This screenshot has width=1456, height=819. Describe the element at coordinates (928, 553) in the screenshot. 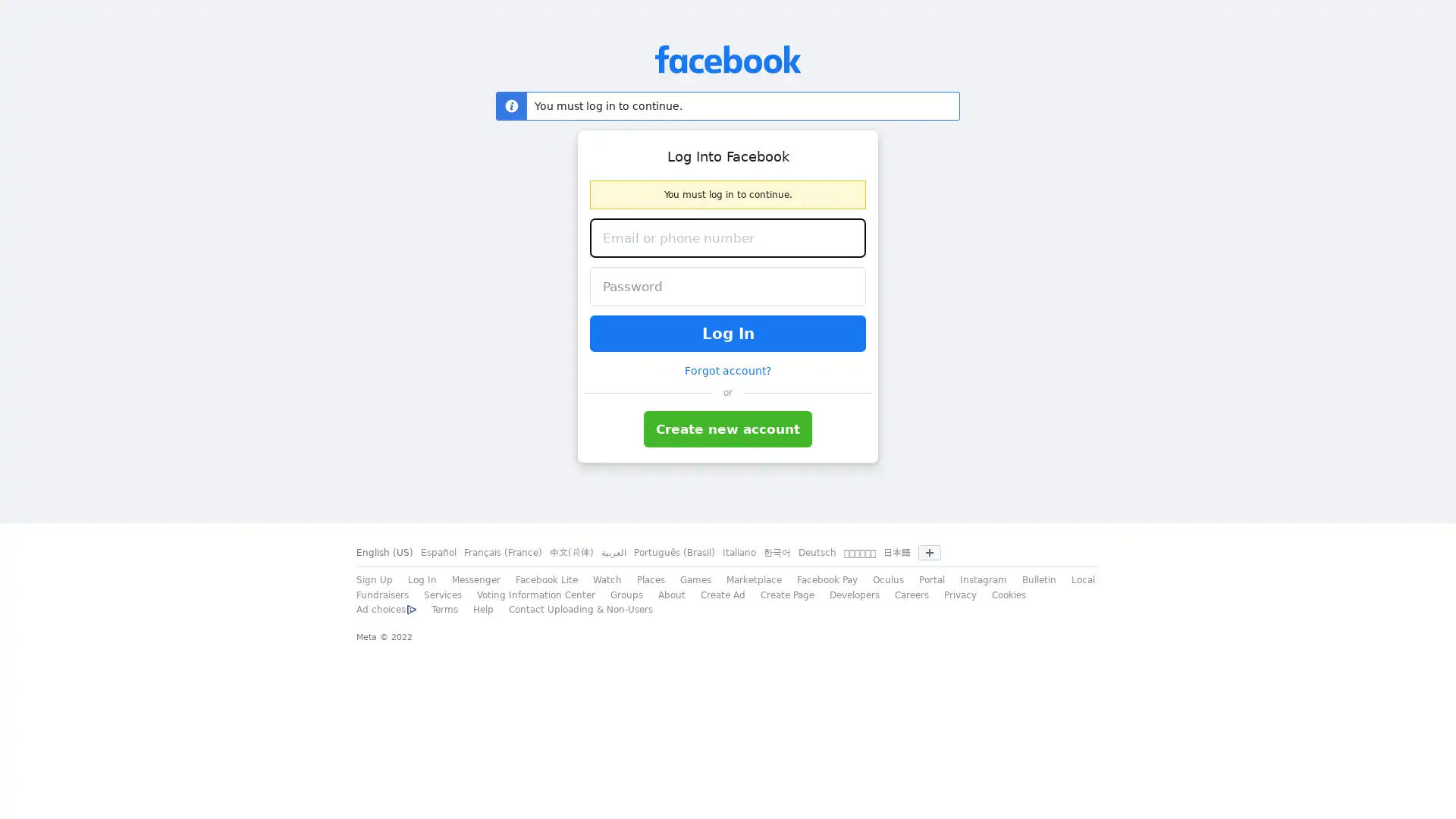

I see `Show more languages` at that location.